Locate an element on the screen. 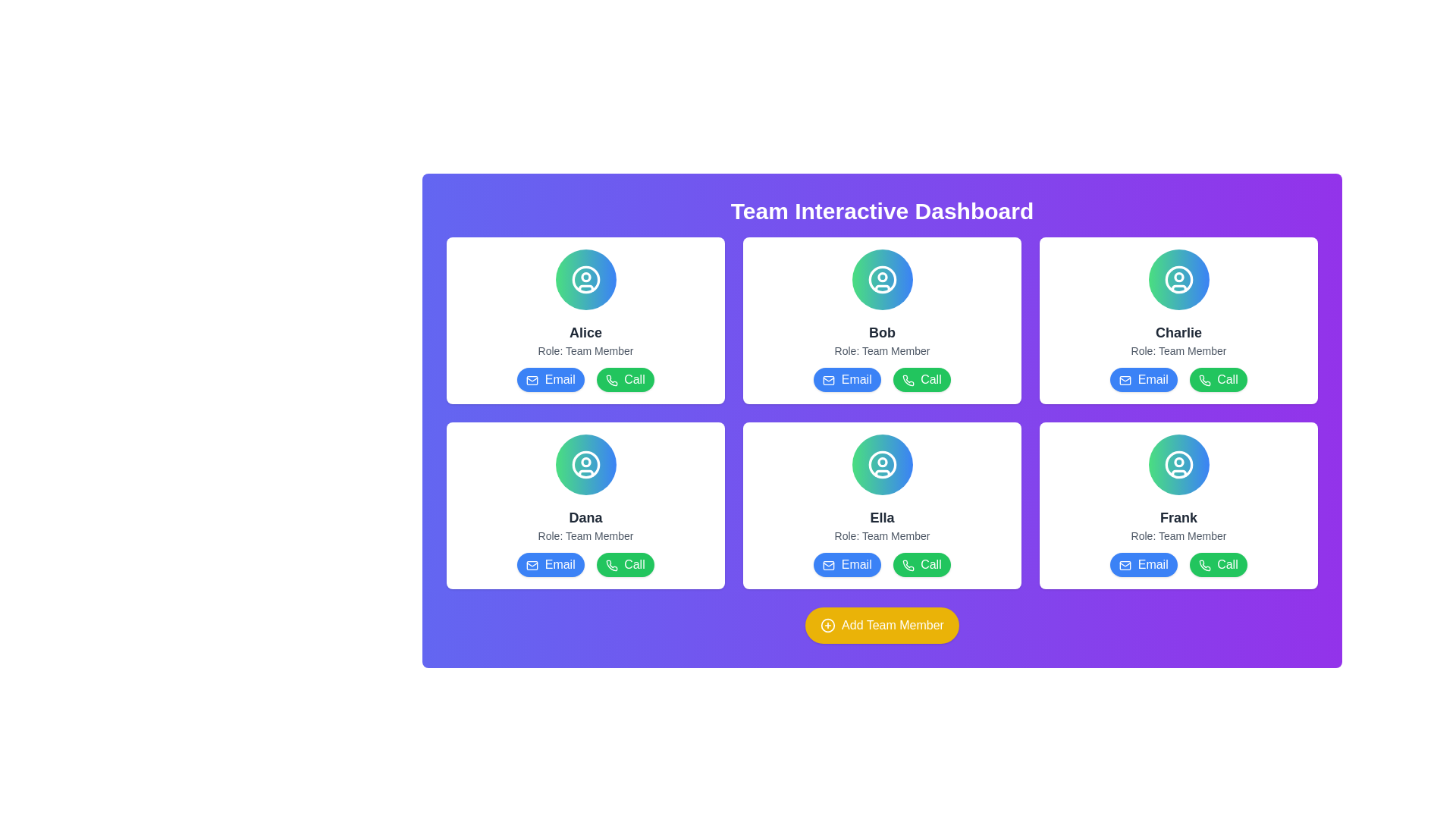 The width and height of the screenshot is (1456, 819). the green circular button labeled 'Call' representing a phone icon, located in the contact card for 'Ella' in the bottom-left corner of the grid is located at coordinates (908, 565).